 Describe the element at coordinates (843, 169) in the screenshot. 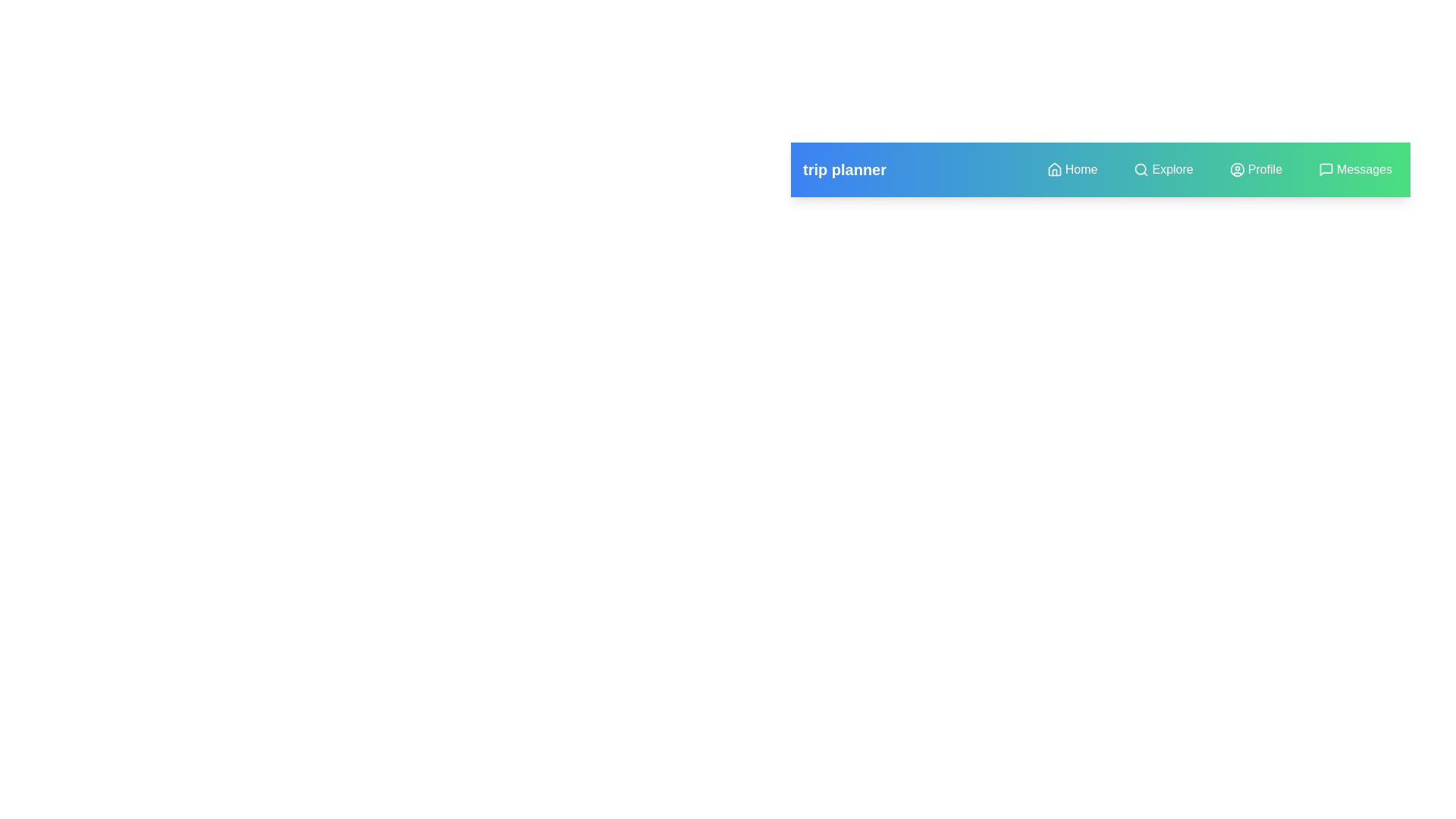

I see `the 'trip planner' heading` at that location.